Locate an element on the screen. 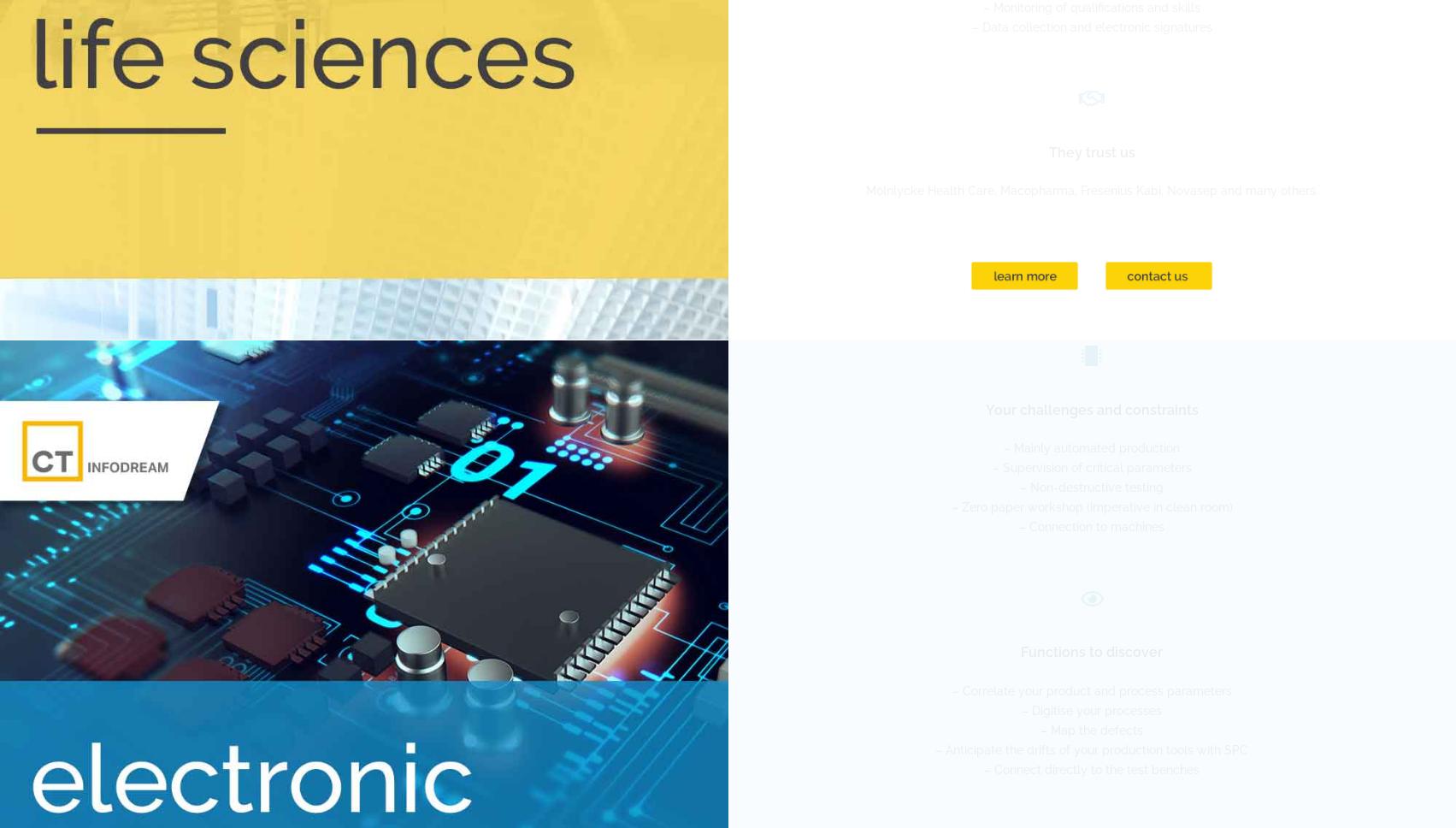 The height and width of the screenshot is (828, 1456). 'Your challenges and constraints' is located at coordinates (1090, 408).